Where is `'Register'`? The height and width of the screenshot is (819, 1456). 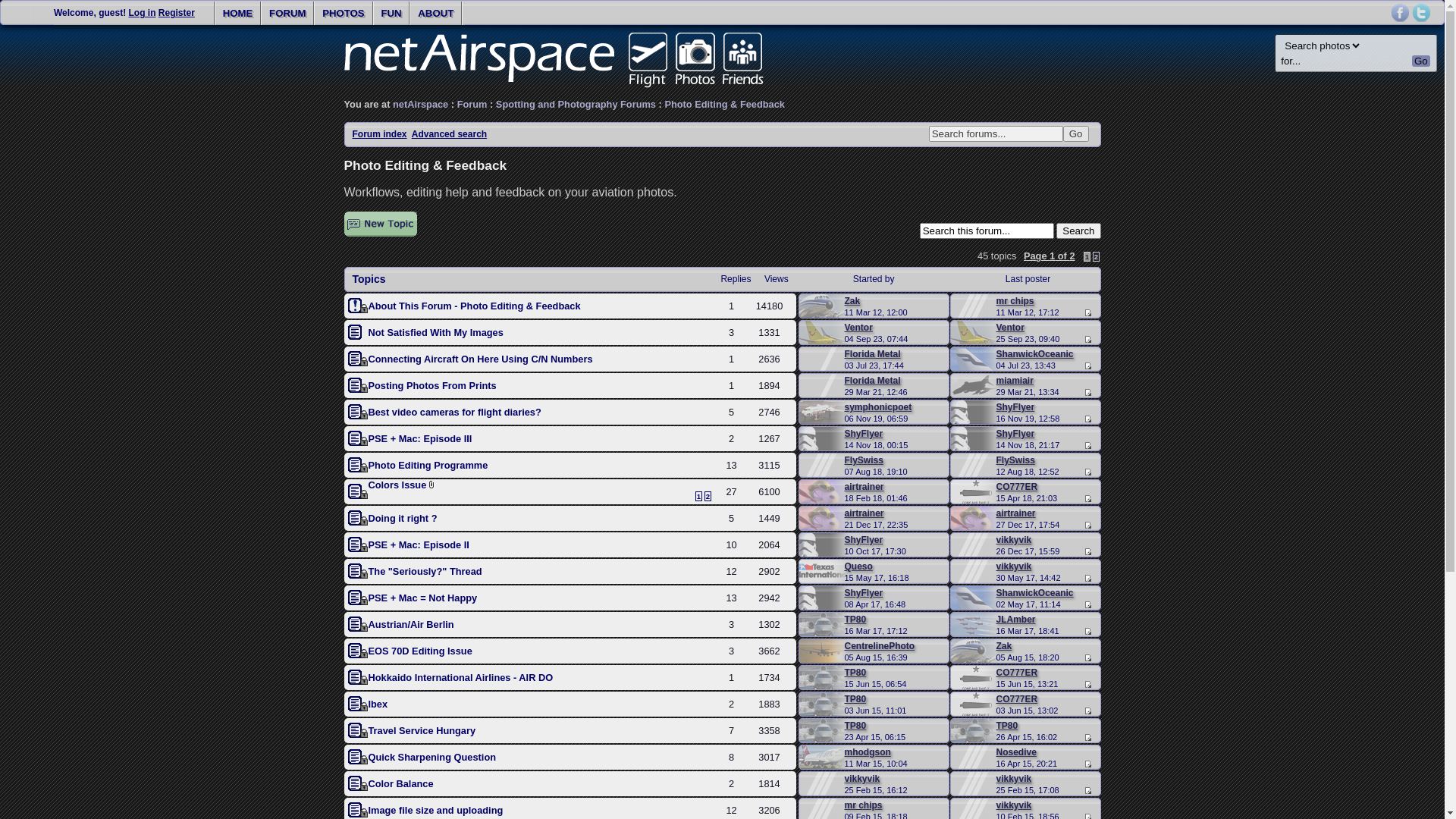
'Register' is located at coordinates (177, 12).